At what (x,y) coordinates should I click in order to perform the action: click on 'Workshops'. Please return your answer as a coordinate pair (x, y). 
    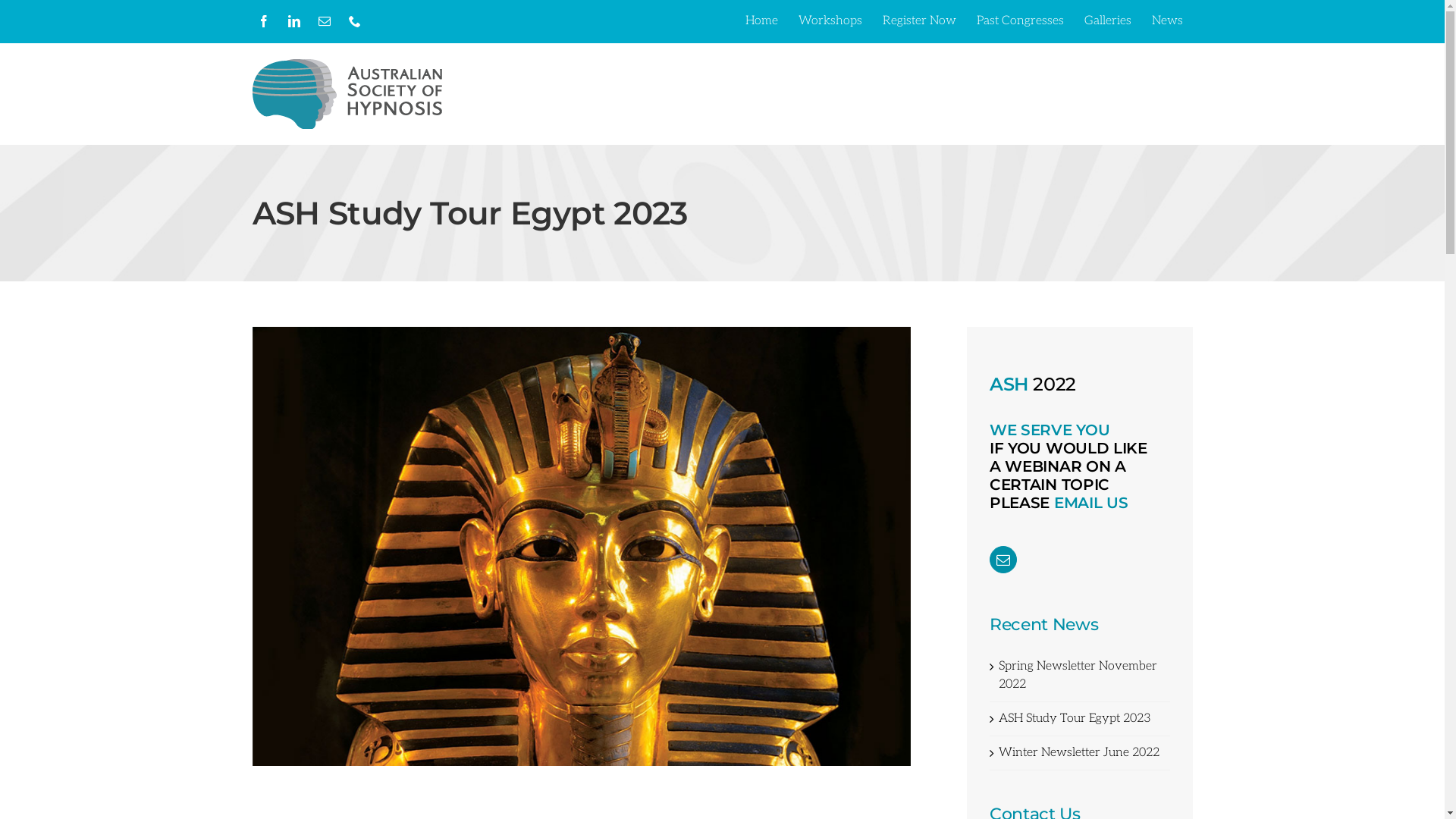
    Looking at the image, I should click on (829, 20).